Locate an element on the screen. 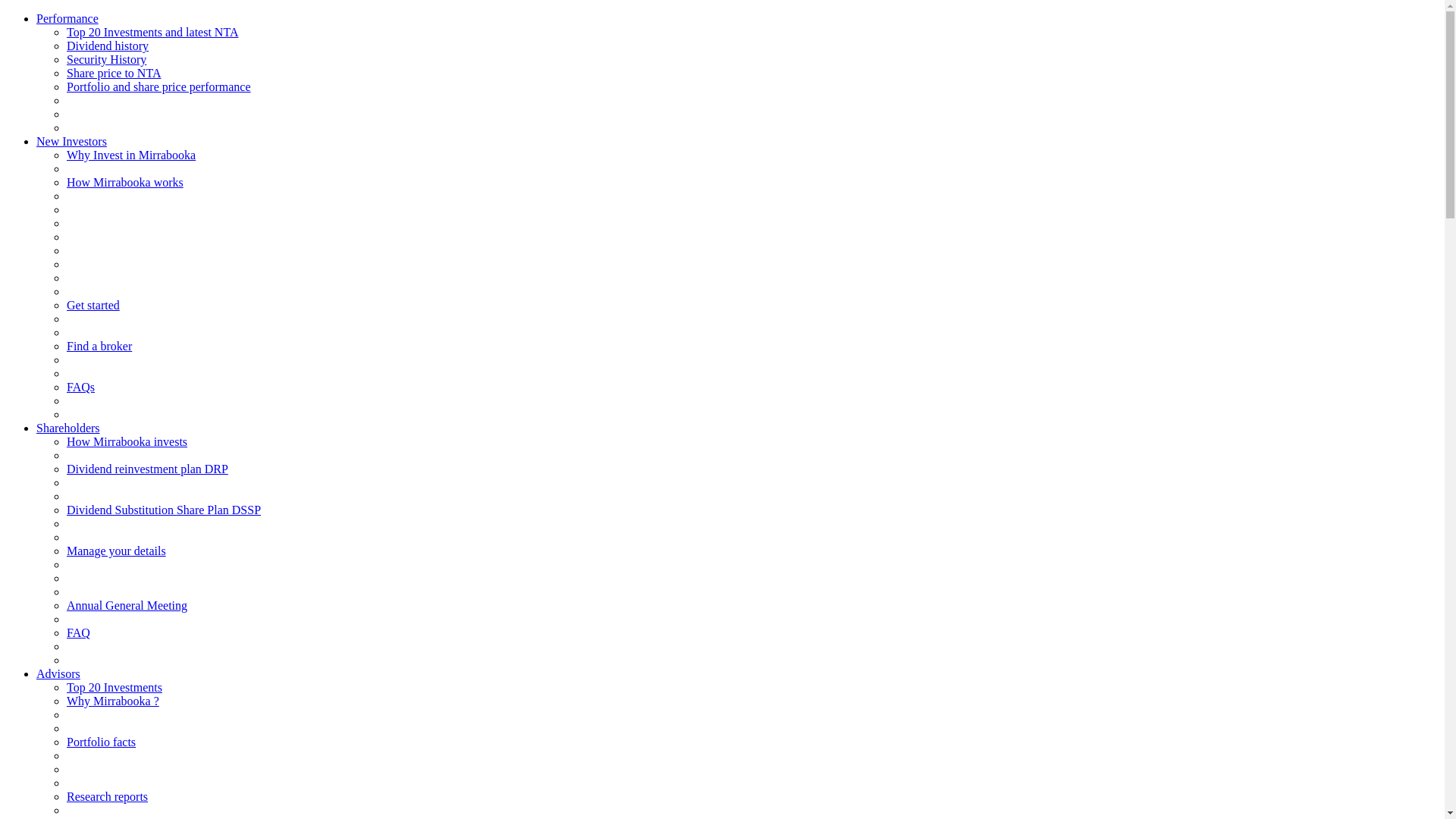 The height and width of the screenshot is (819, 1456). 'Top 20 Investments and latest NTA' is located at coordinates (152, 32).